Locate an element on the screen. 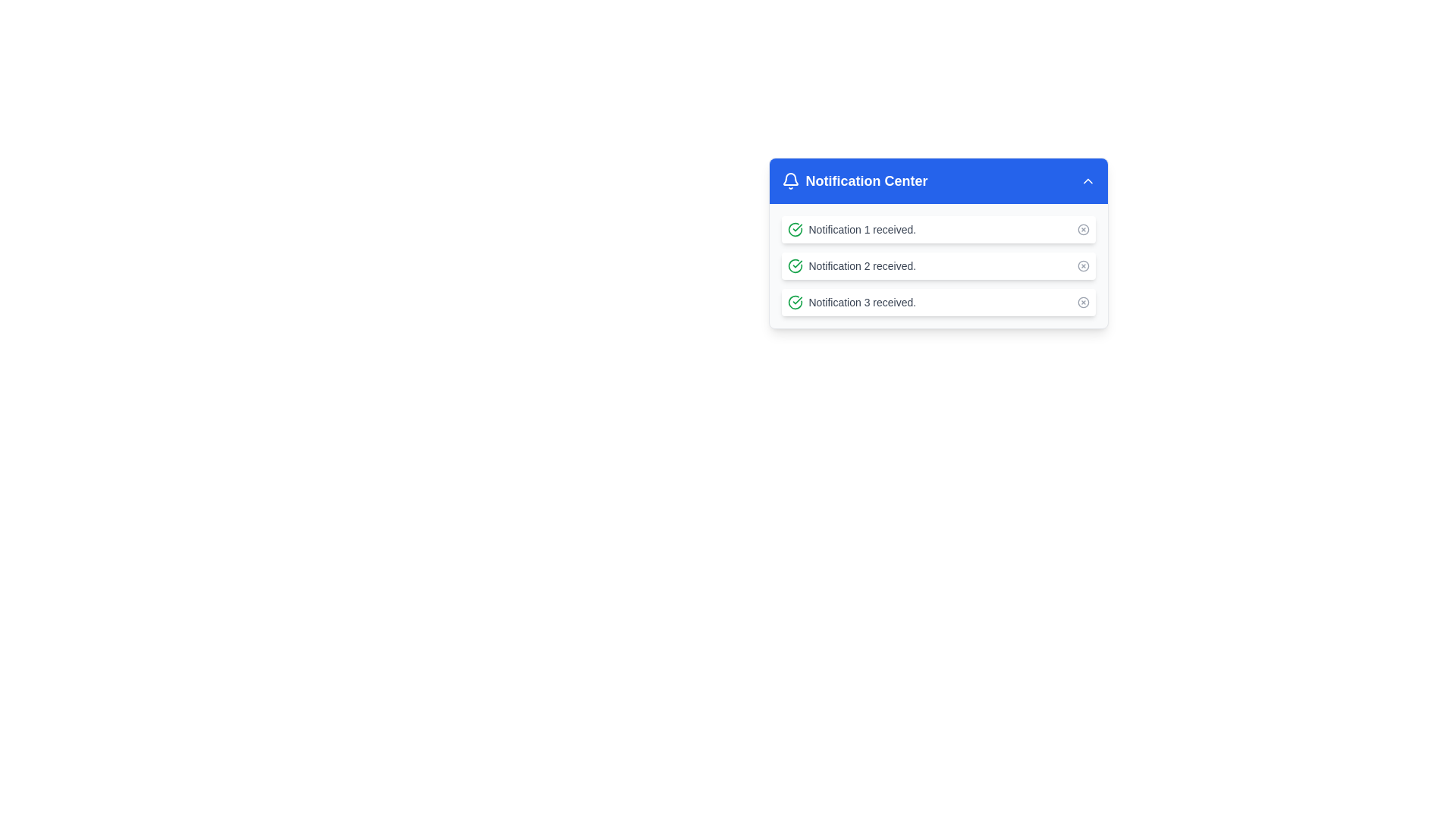 This screenshot has height=819, width=1456. the text label that reads 'Notification 3 received.' with a green checkmark icon to its left, located in the Notification Center popup is located at coordinates (852, 302).